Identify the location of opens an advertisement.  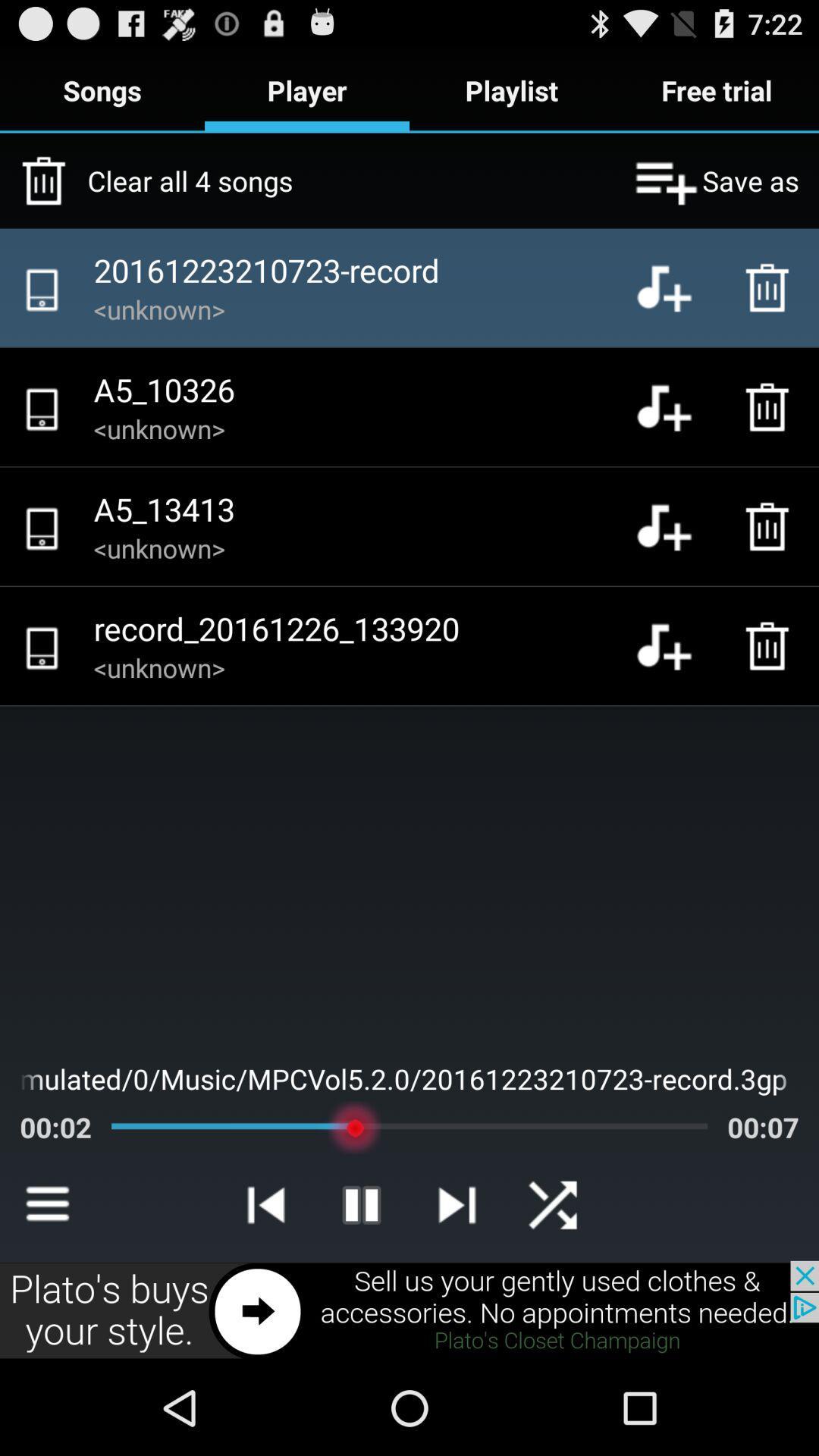
(409, 1310).